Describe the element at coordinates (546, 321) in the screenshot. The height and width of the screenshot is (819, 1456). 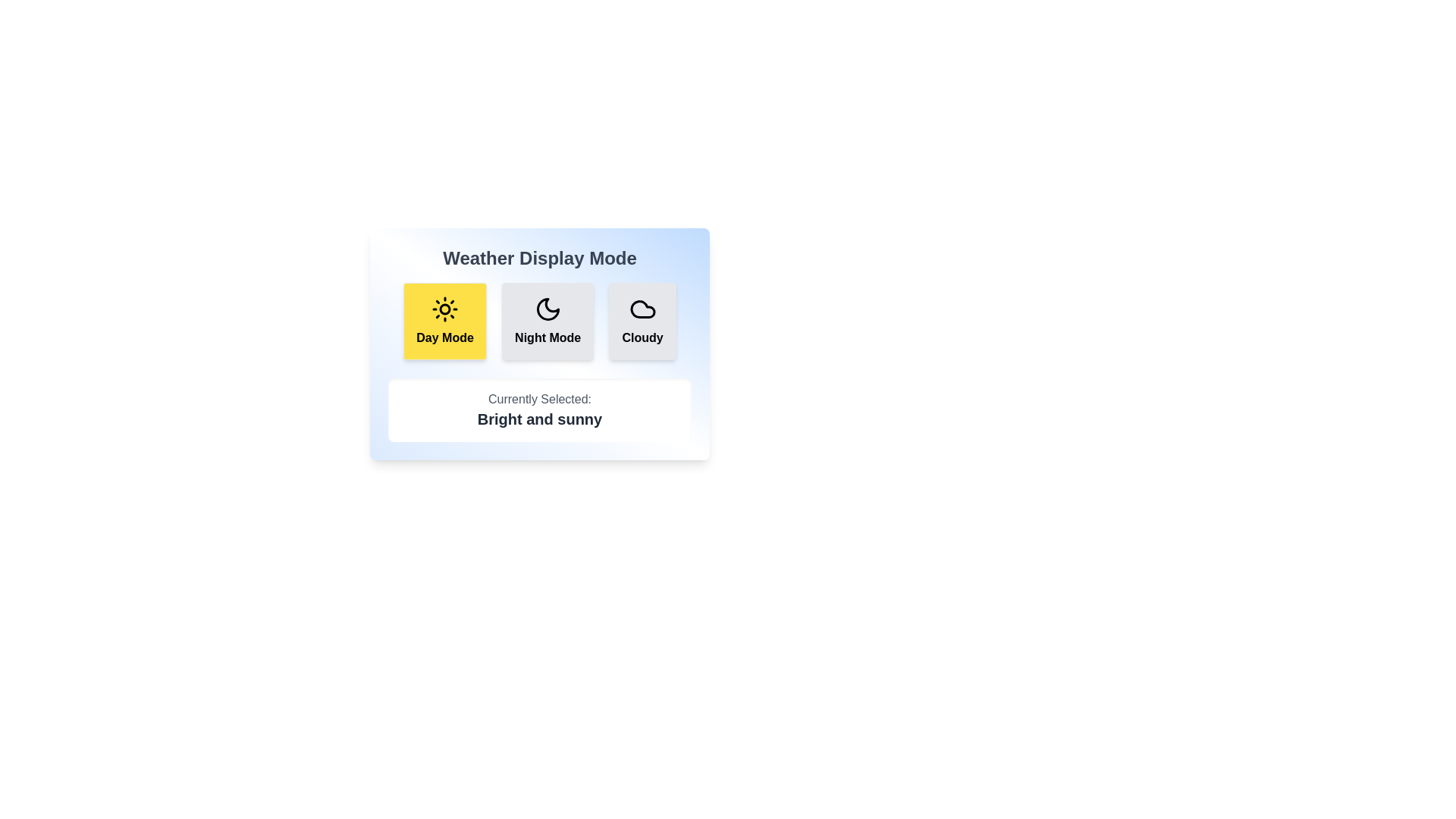
I see `the weather display mode by clicking on the button corresponding to Night Mode` at that location.